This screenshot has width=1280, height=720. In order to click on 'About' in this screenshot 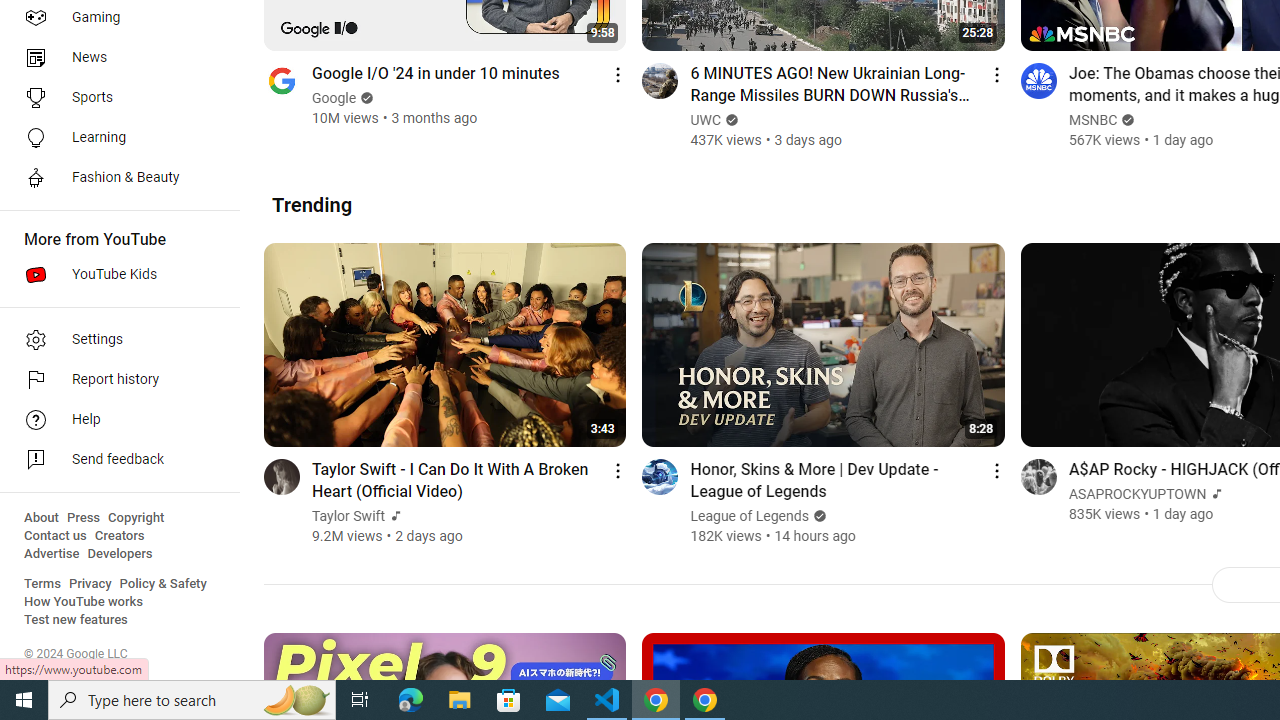, I will do `click(41, 517)`.